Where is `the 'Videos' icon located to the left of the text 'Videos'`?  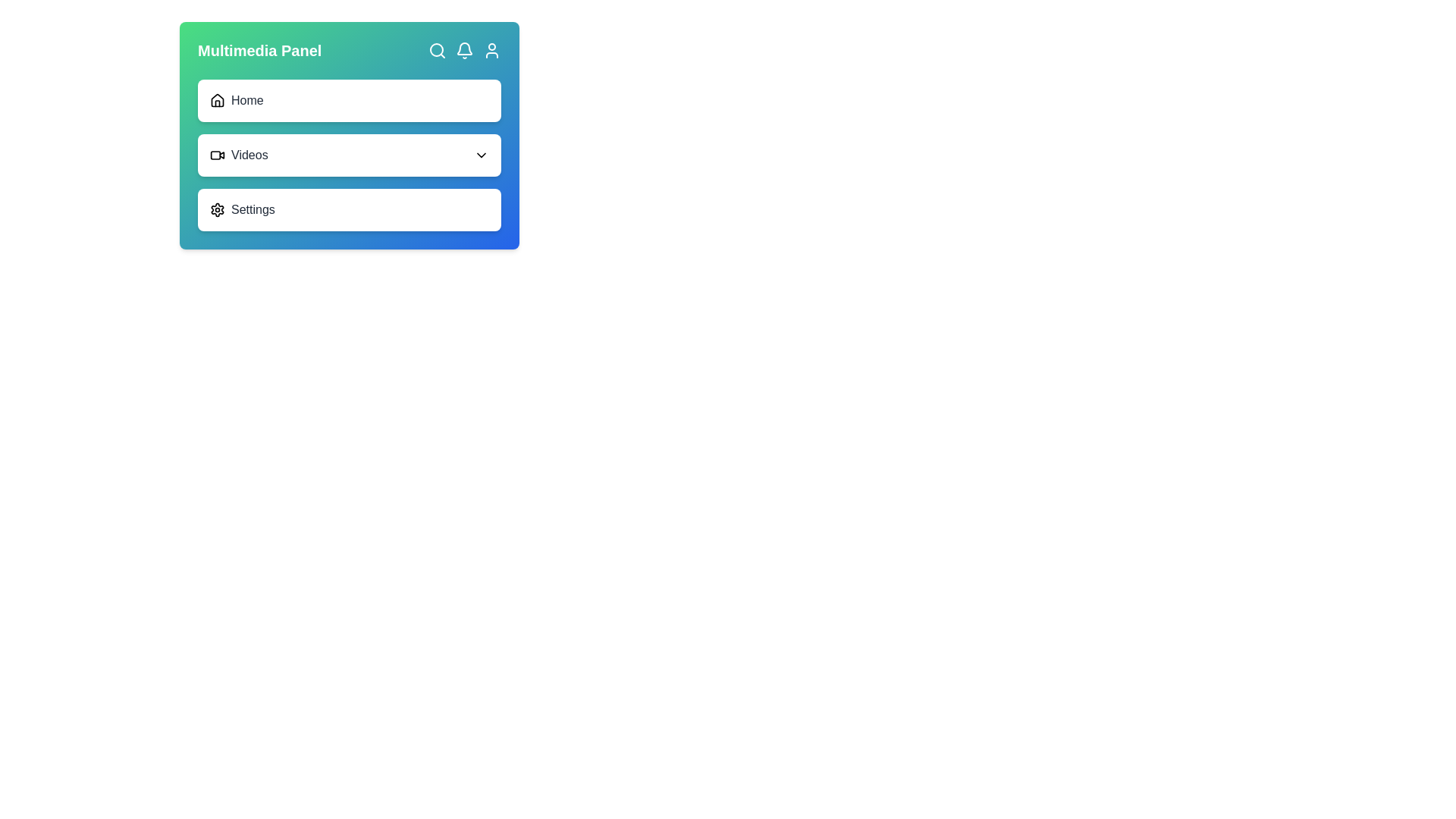 the 'Videos' icon located to the left of the text 'Videos' is located at coordinates (217, 155).